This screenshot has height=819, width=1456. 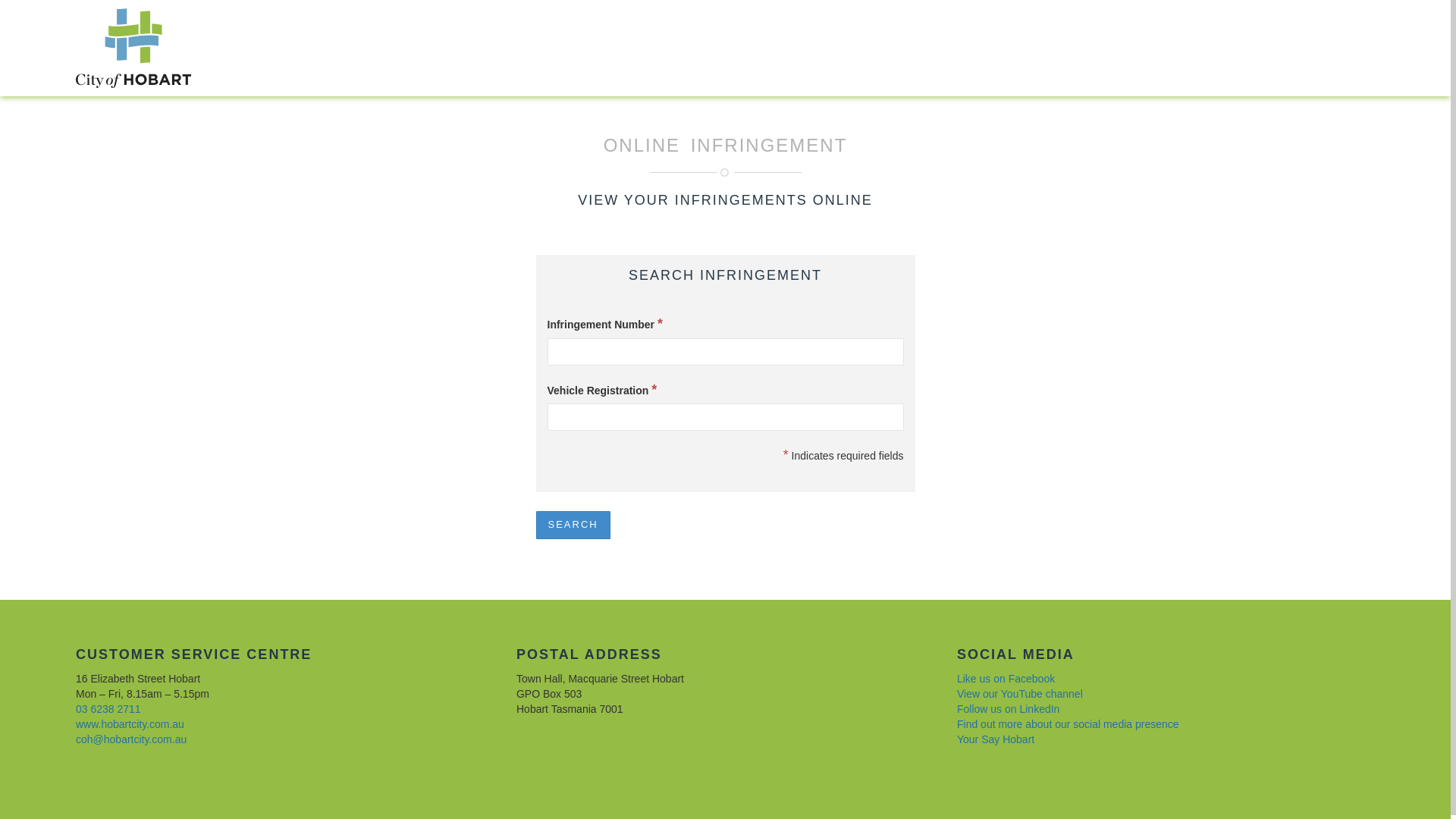 I want to click on 'coh@hobartcity.com.au', so click(x=75, y=739).